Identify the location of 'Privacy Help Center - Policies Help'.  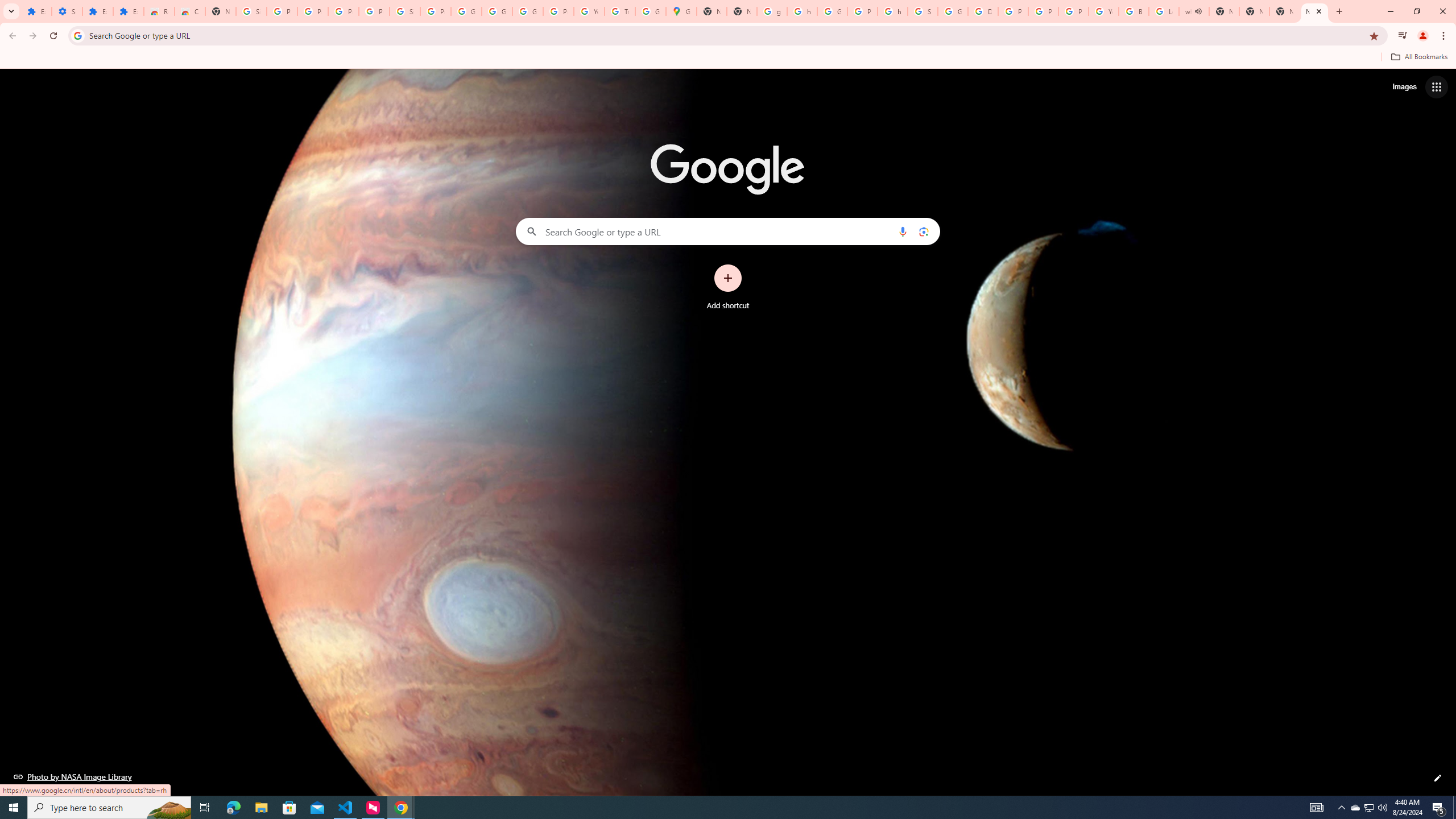
(1043, 11).